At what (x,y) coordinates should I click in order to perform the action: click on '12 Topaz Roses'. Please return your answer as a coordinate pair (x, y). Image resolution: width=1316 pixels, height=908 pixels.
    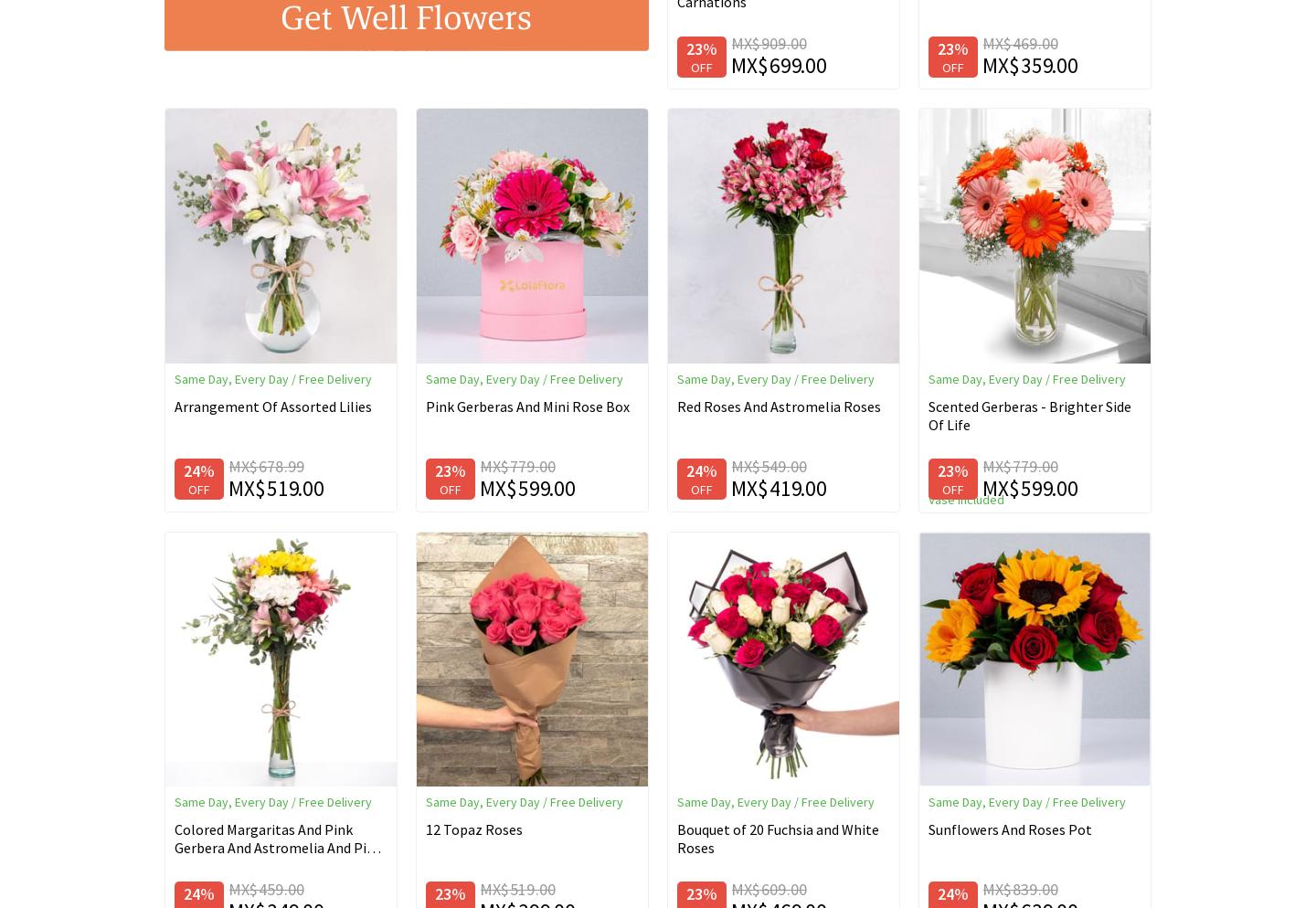
    Looking at the image, I should click on (472, 828).